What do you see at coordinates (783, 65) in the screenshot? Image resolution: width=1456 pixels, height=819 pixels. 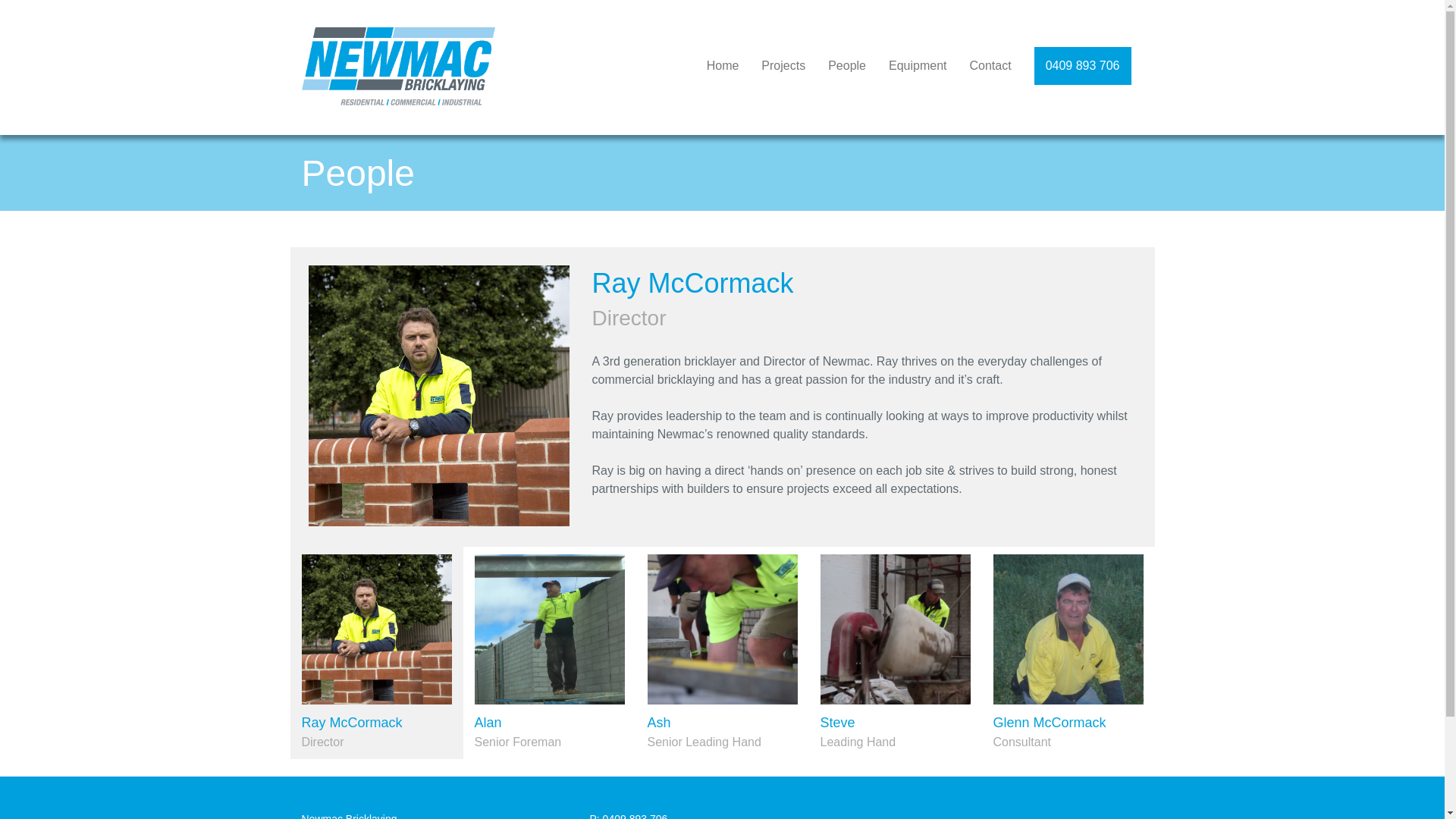 I see `'Projects'` at bounding box center [783, 65].